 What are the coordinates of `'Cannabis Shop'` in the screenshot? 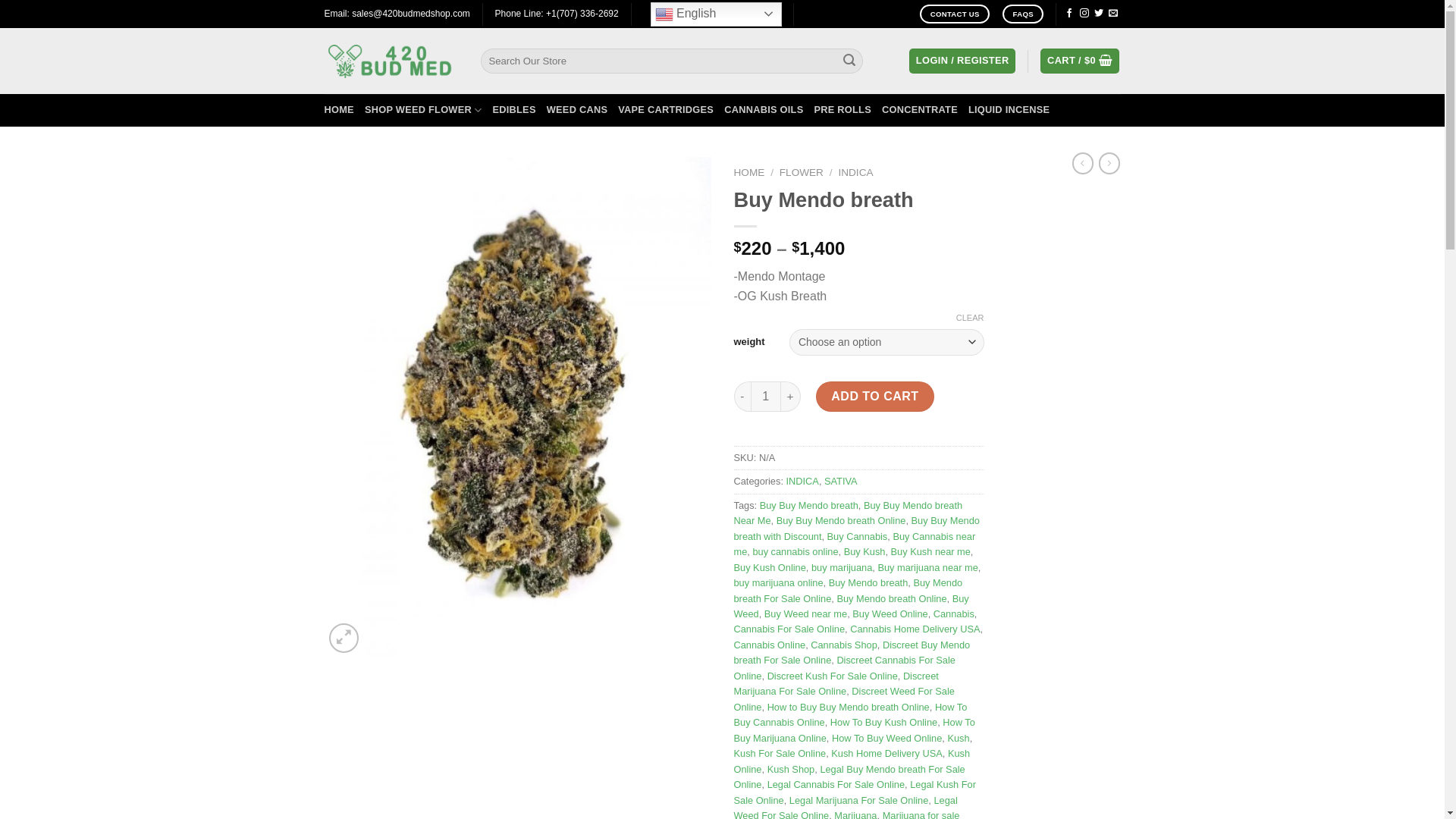 It's located at (843, 645).